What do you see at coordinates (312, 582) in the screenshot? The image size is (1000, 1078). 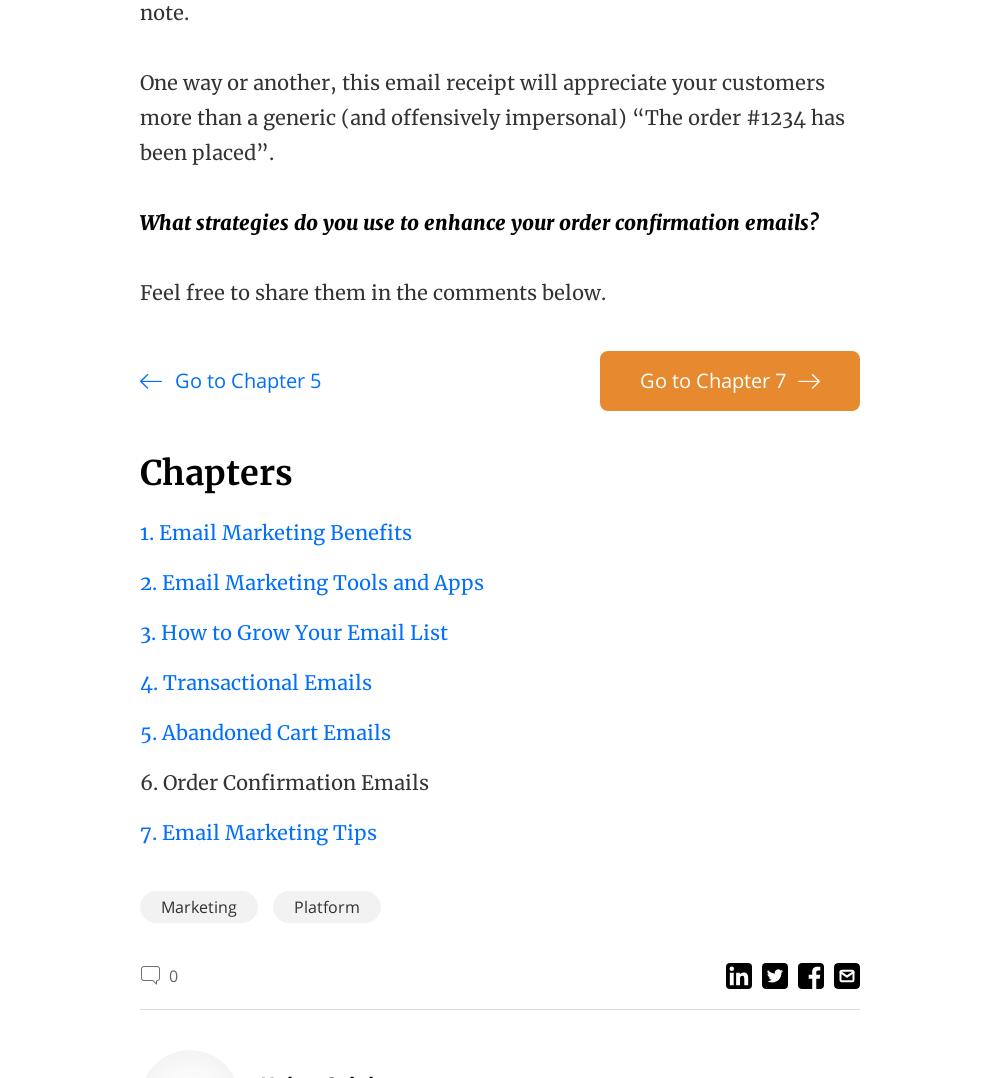 I see `'2. Email Marketing Tools and Apps'` at bounding box center [312, 582].